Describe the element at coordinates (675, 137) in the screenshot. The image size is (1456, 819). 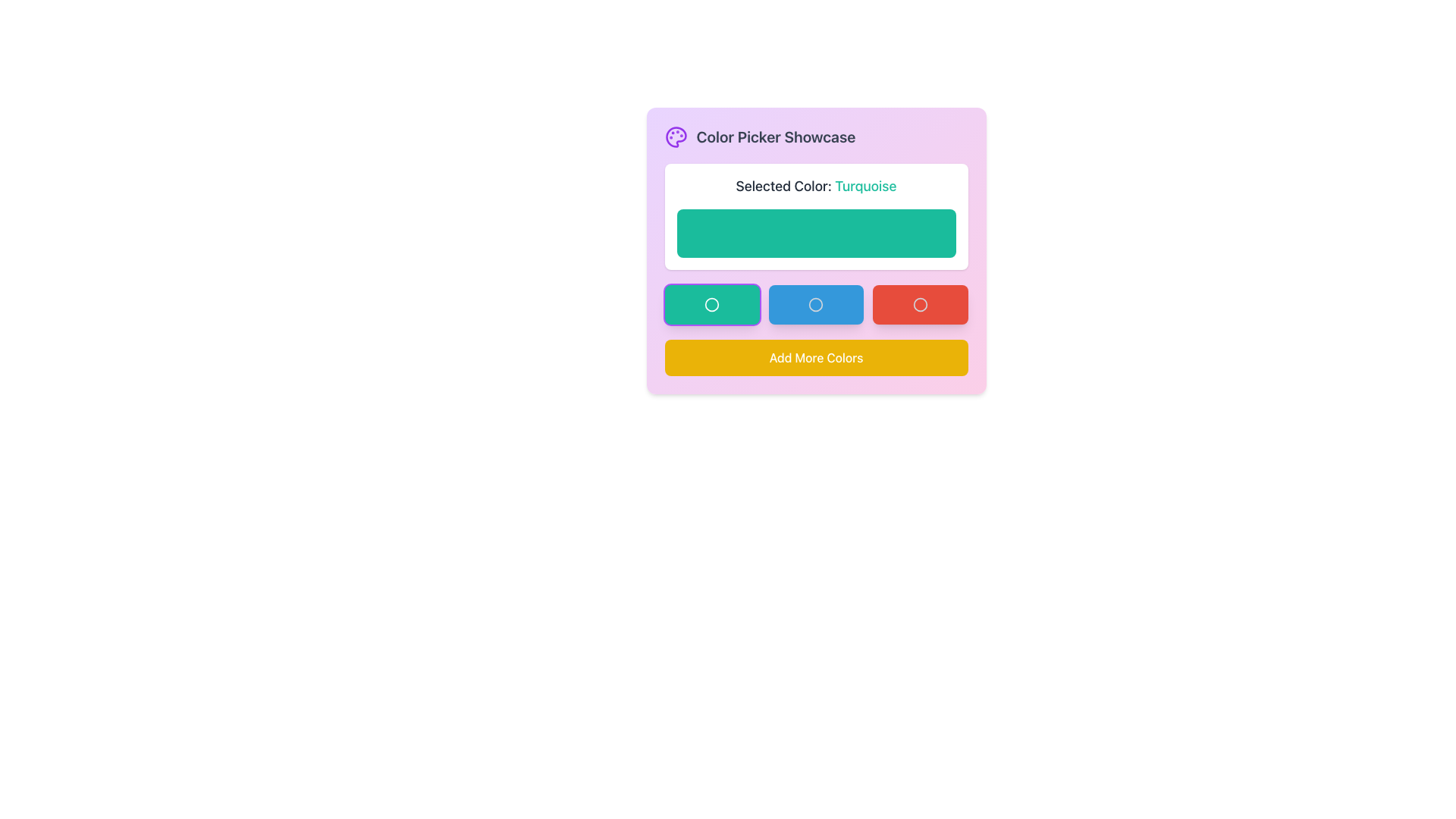
I see `the decorative icon representing the color picker tool, located to the left of the 'Color Picker Showcase' text element` at that location.